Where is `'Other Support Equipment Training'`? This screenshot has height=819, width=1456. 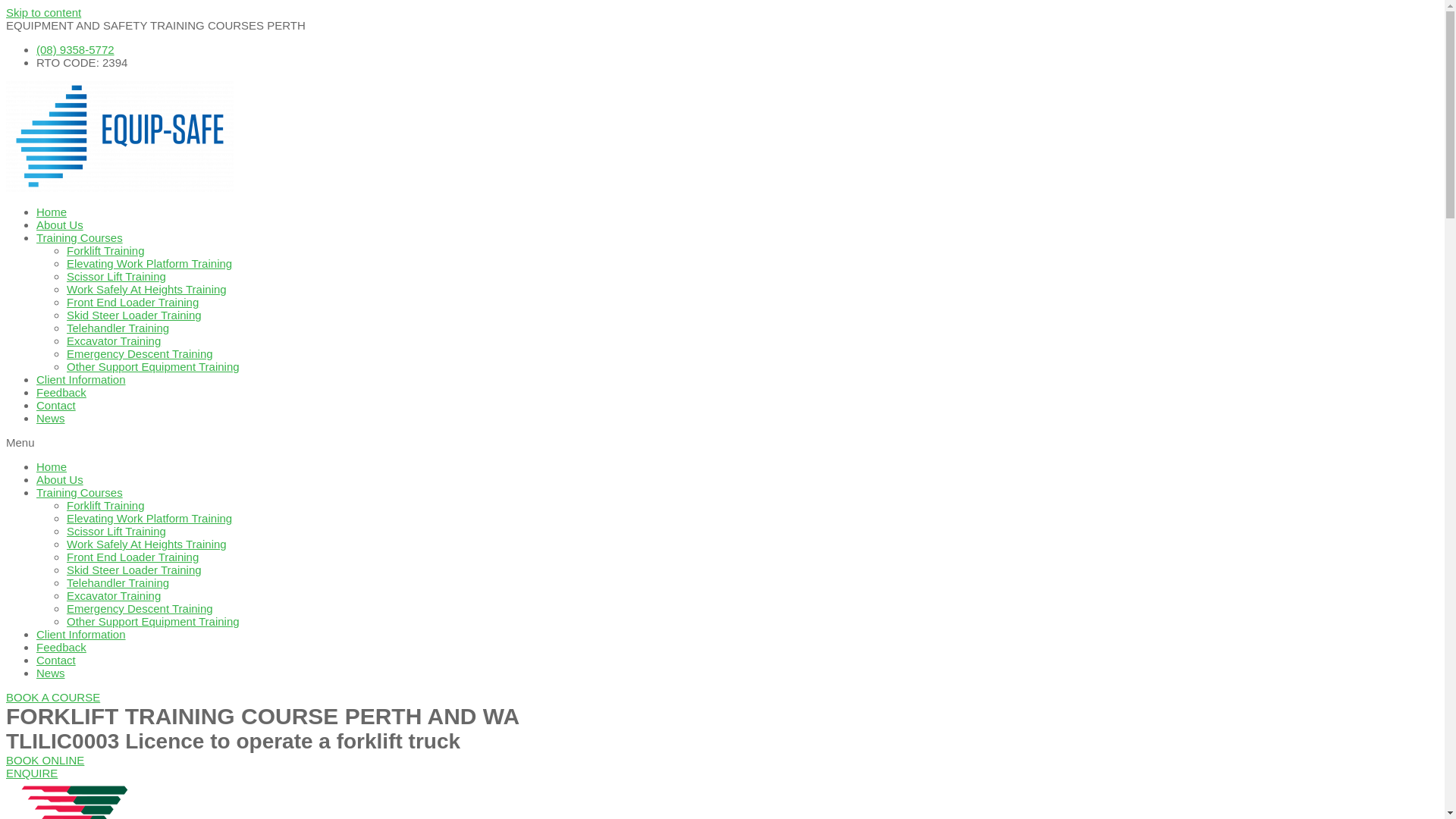 'Other Support Equipment Training' is located at coordinates (152, 621).